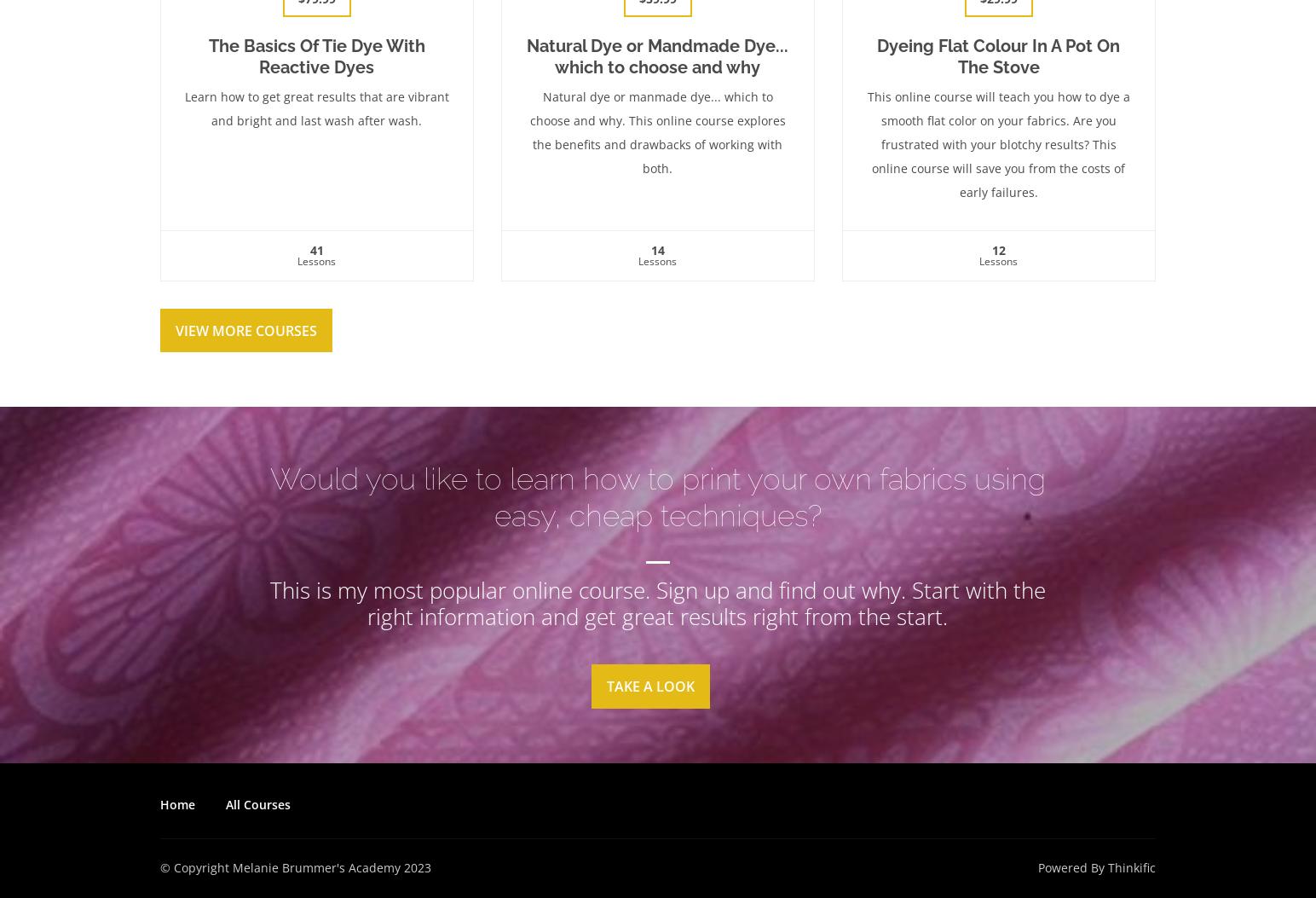  I want to click on 'This online course will teach you how to dye a smooth flat color on your fabrics. Are you frustrated with your blotchy results? This online course will save you from the costs of early failures.', so click(996, 142).